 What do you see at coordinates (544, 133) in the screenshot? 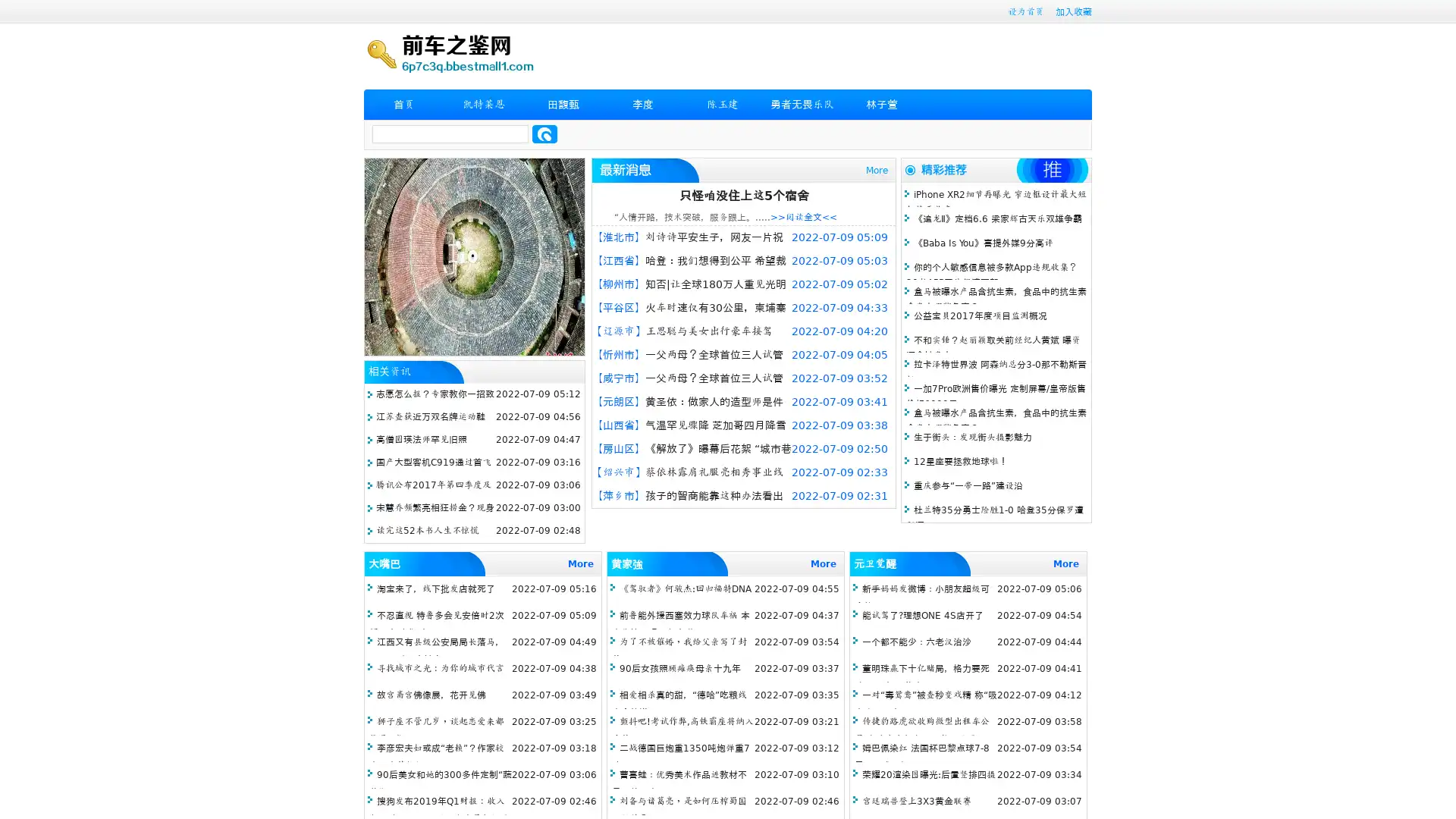
I see `Search` at bounding box center [544, 133].